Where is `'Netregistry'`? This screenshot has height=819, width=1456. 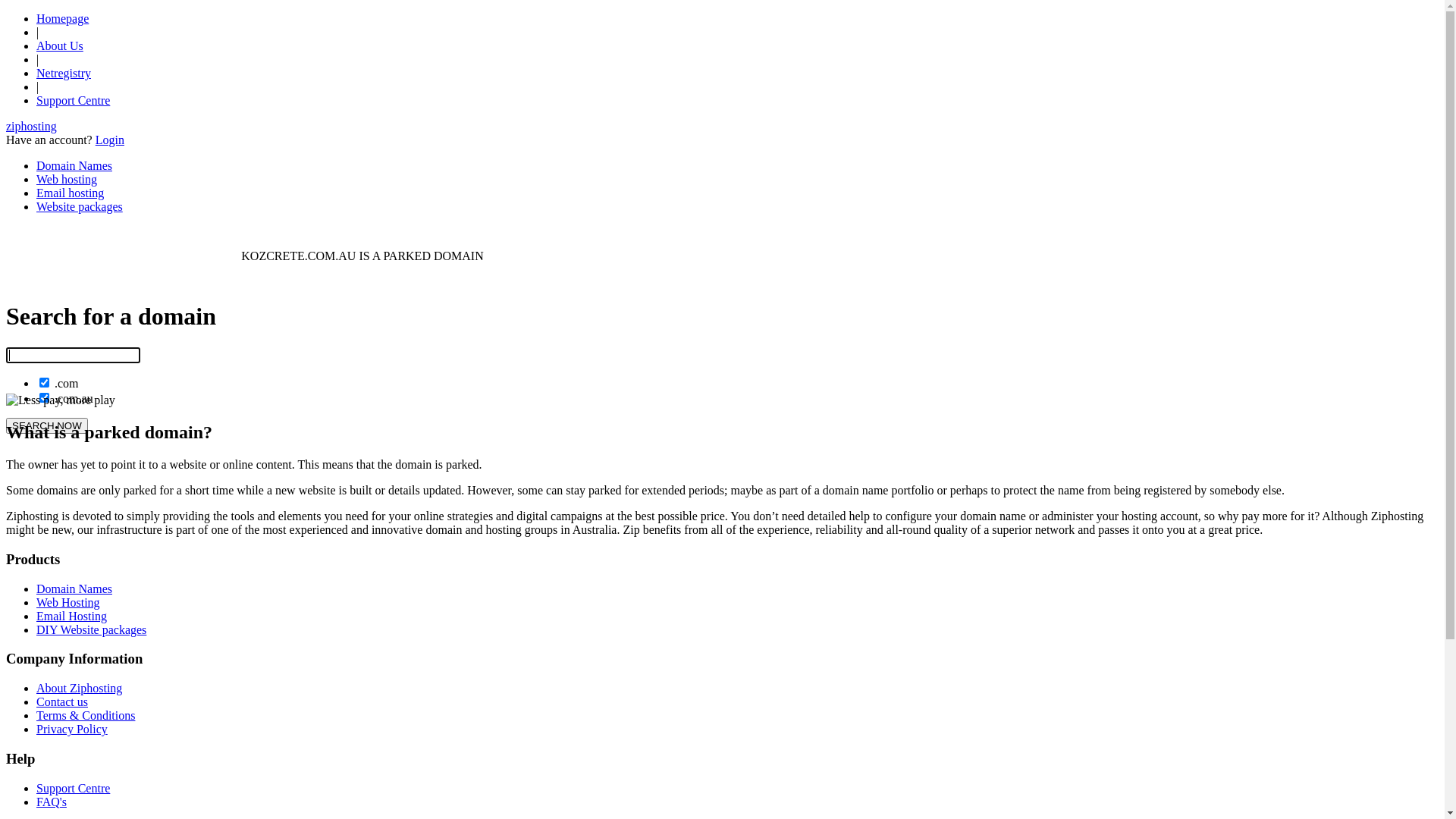
'Netregistry' is located at coordinates (62, 73).